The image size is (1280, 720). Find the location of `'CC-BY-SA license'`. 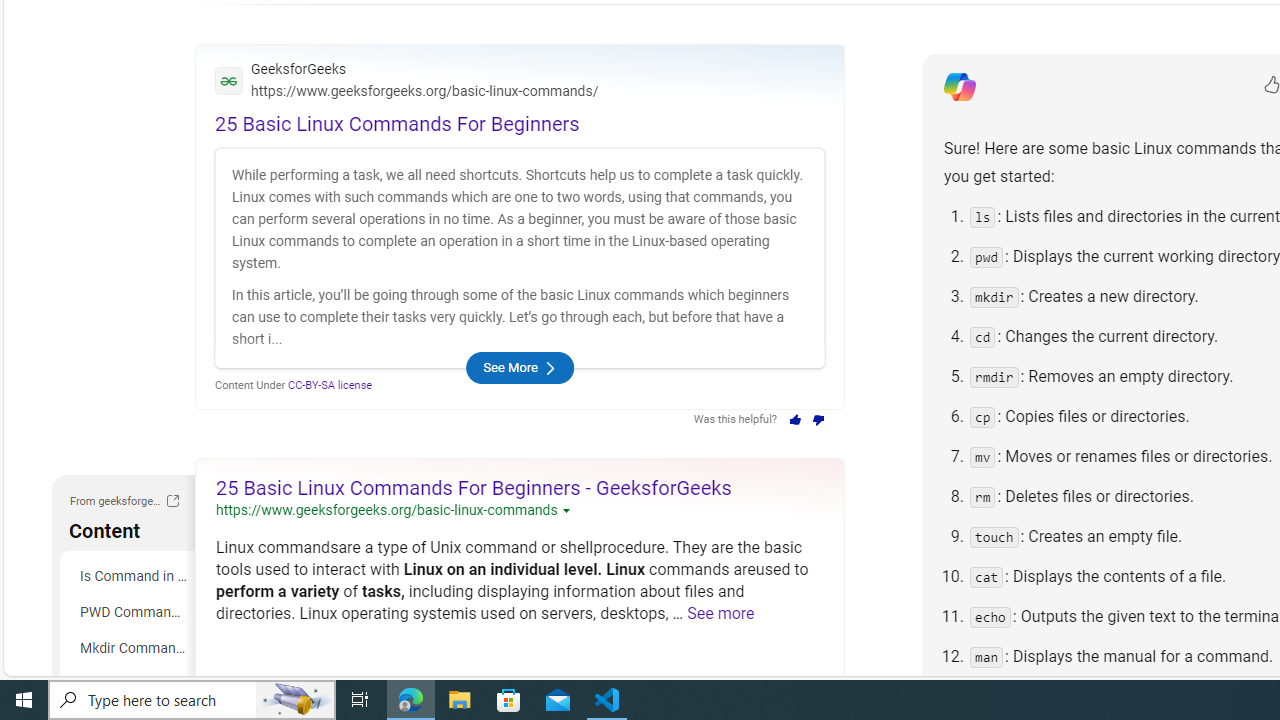

'CC-BY-SA license' is located at coordinates (330, 385).